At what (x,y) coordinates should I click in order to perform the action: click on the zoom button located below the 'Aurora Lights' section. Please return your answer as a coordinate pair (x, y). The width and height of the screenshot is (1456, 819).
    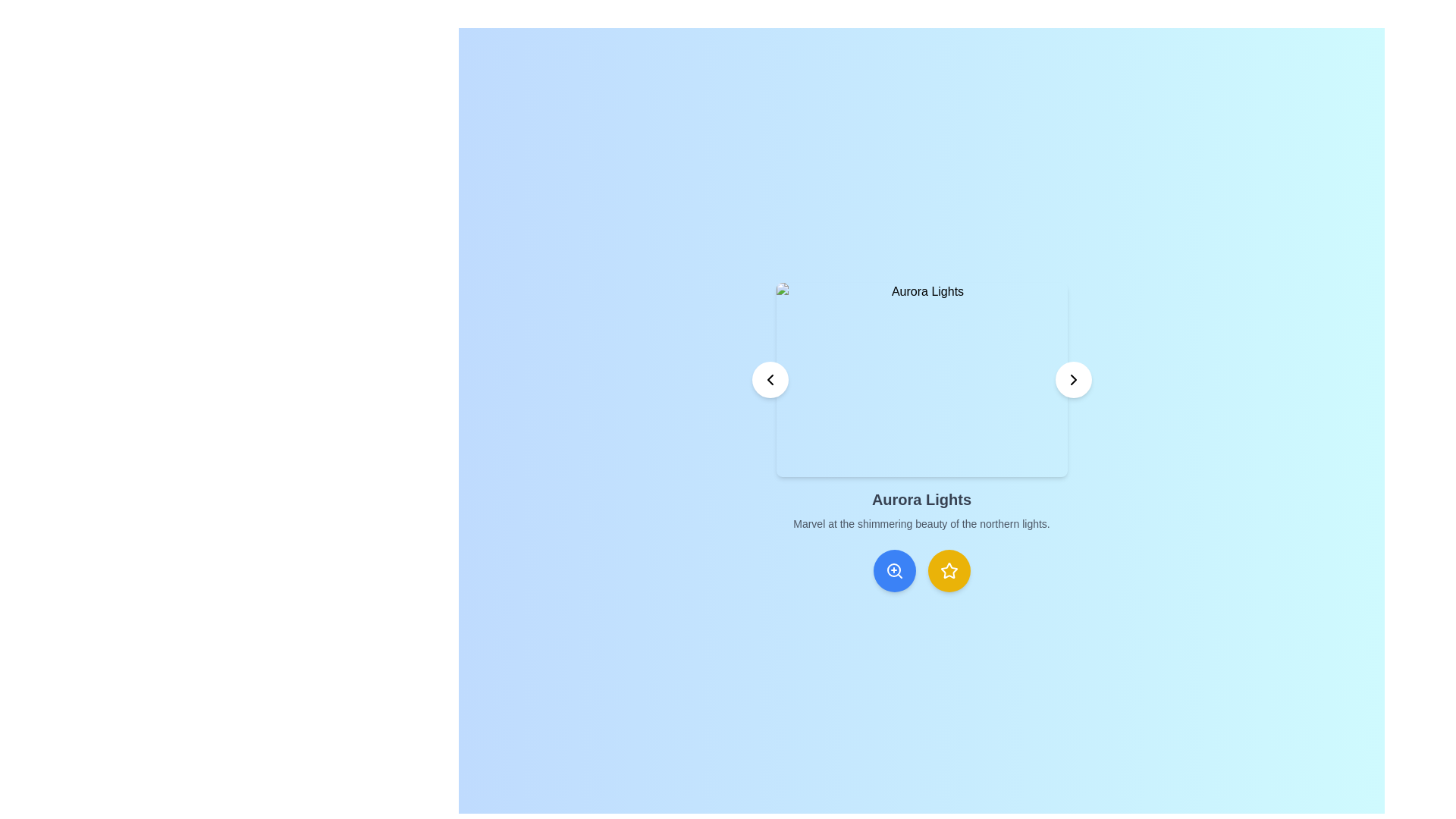
    Looking at the image, I should click on (894, 570).